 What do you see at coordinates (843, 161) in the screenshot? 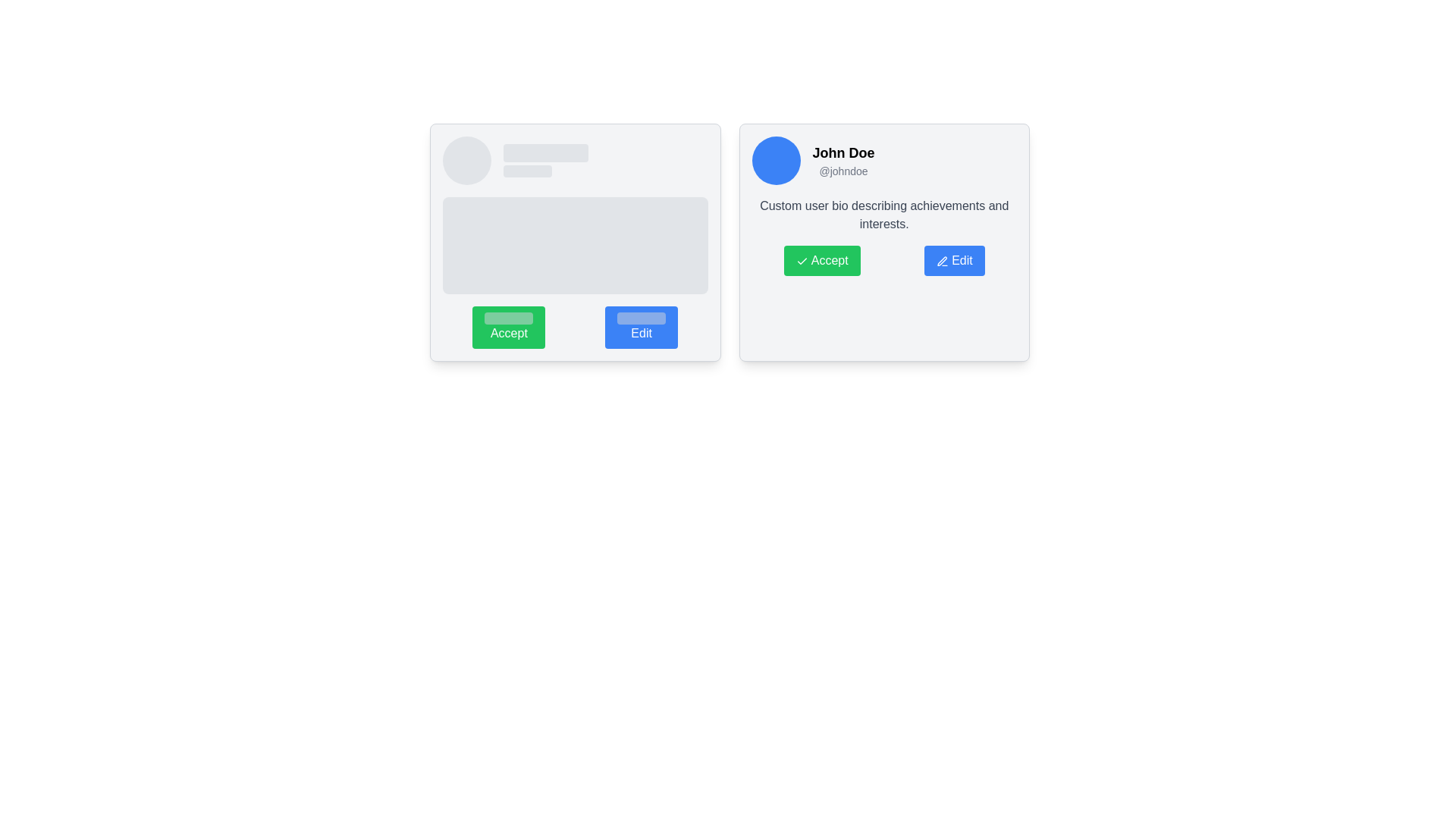
I see `the text label displaying the user's name and username located in the upper section of the right card, beside the circular avatar and above the action buttons` at bounding box center [843, 161].